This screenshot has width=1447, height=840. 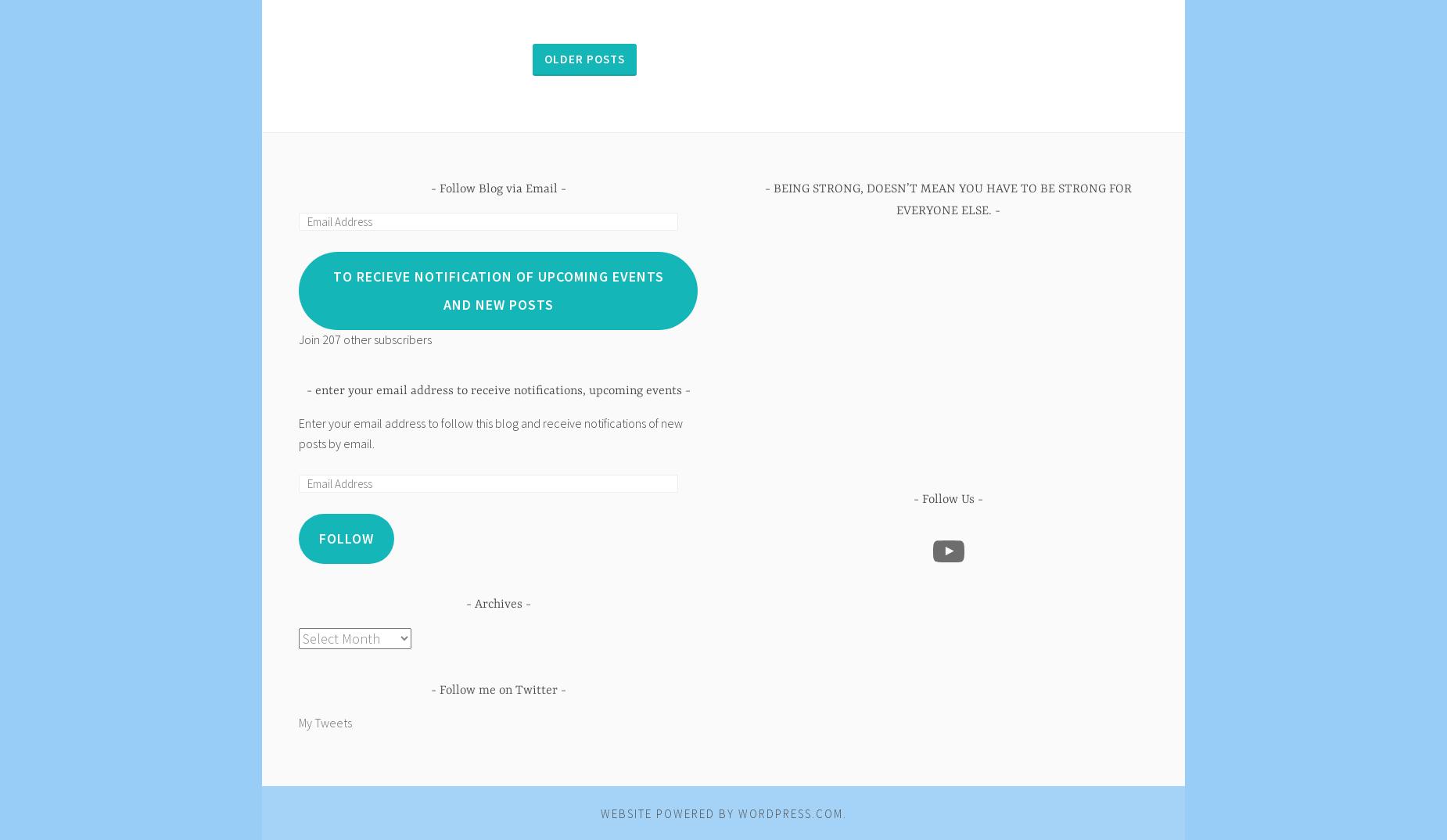 I want to click on '.', so click(x=843, y=813).